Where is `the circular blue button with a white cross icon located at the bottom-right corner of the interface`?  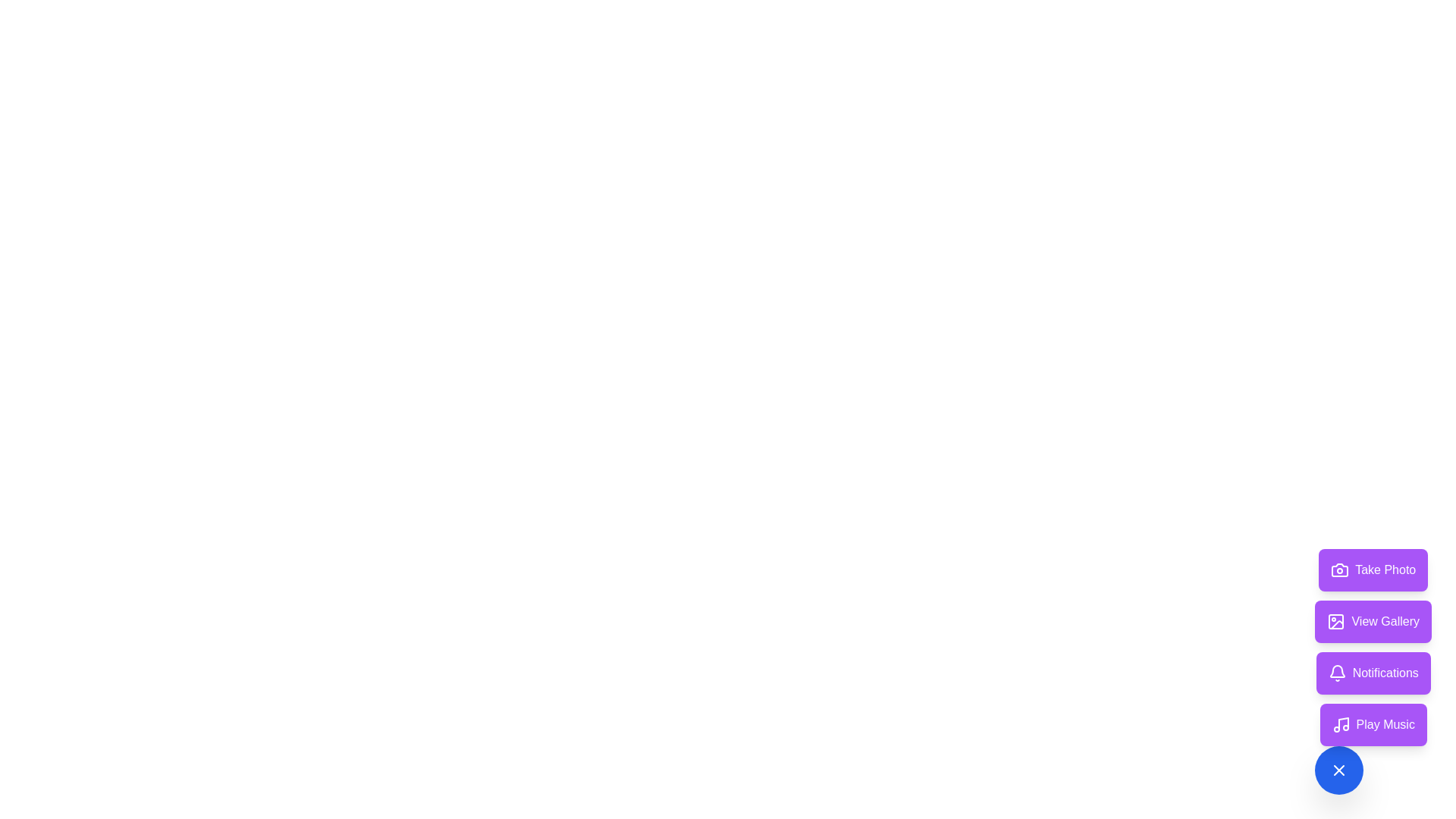
the circular blue button with a white cross icon located at the bottom-right corner of the interface is located at coordinates (1339, 770).